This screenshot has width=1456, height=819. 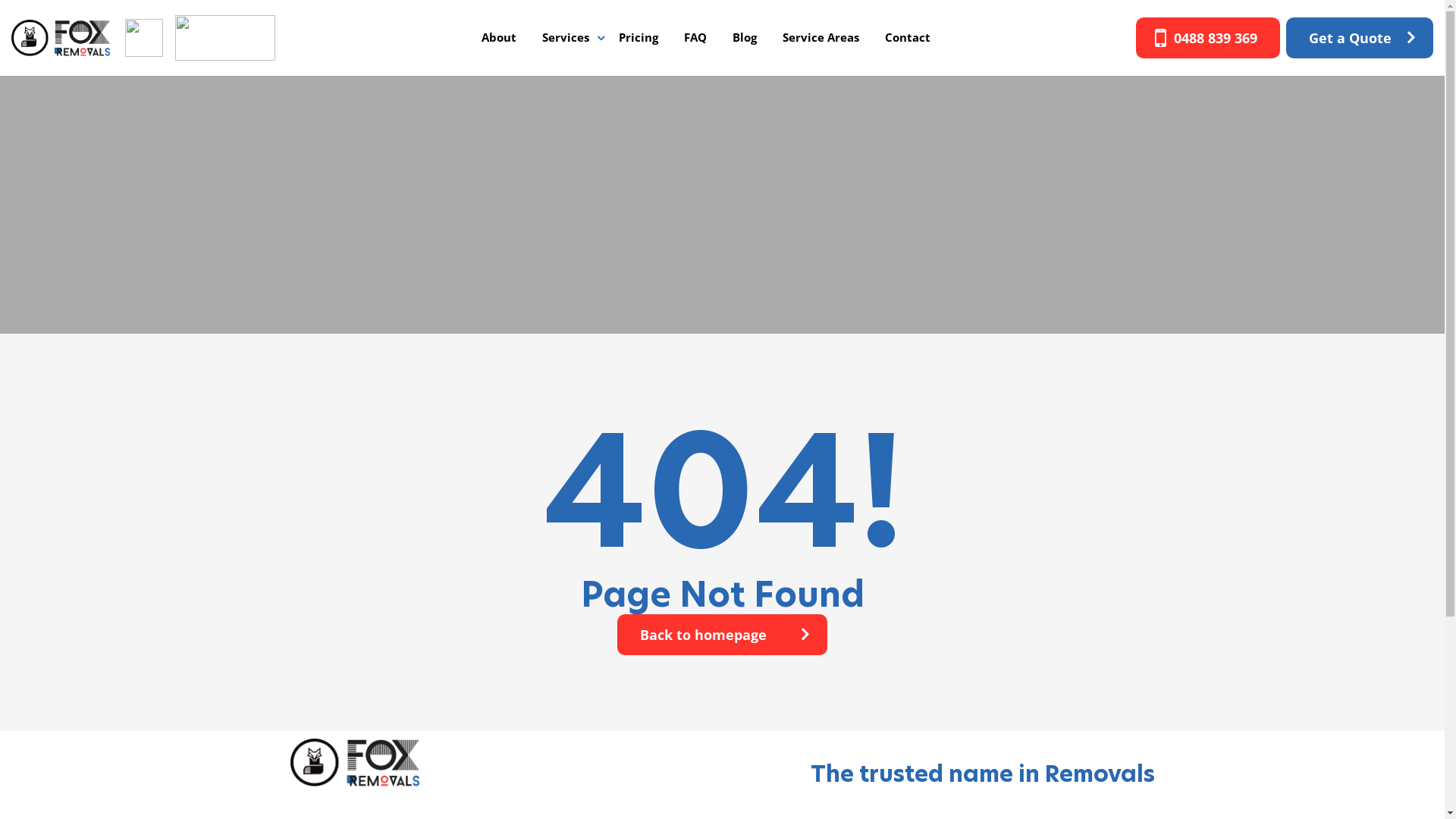 What do you see at coordinates (1207, 37) in the screenshot?
I see `'0488 839 369'` at bounding box center [1207, 37].